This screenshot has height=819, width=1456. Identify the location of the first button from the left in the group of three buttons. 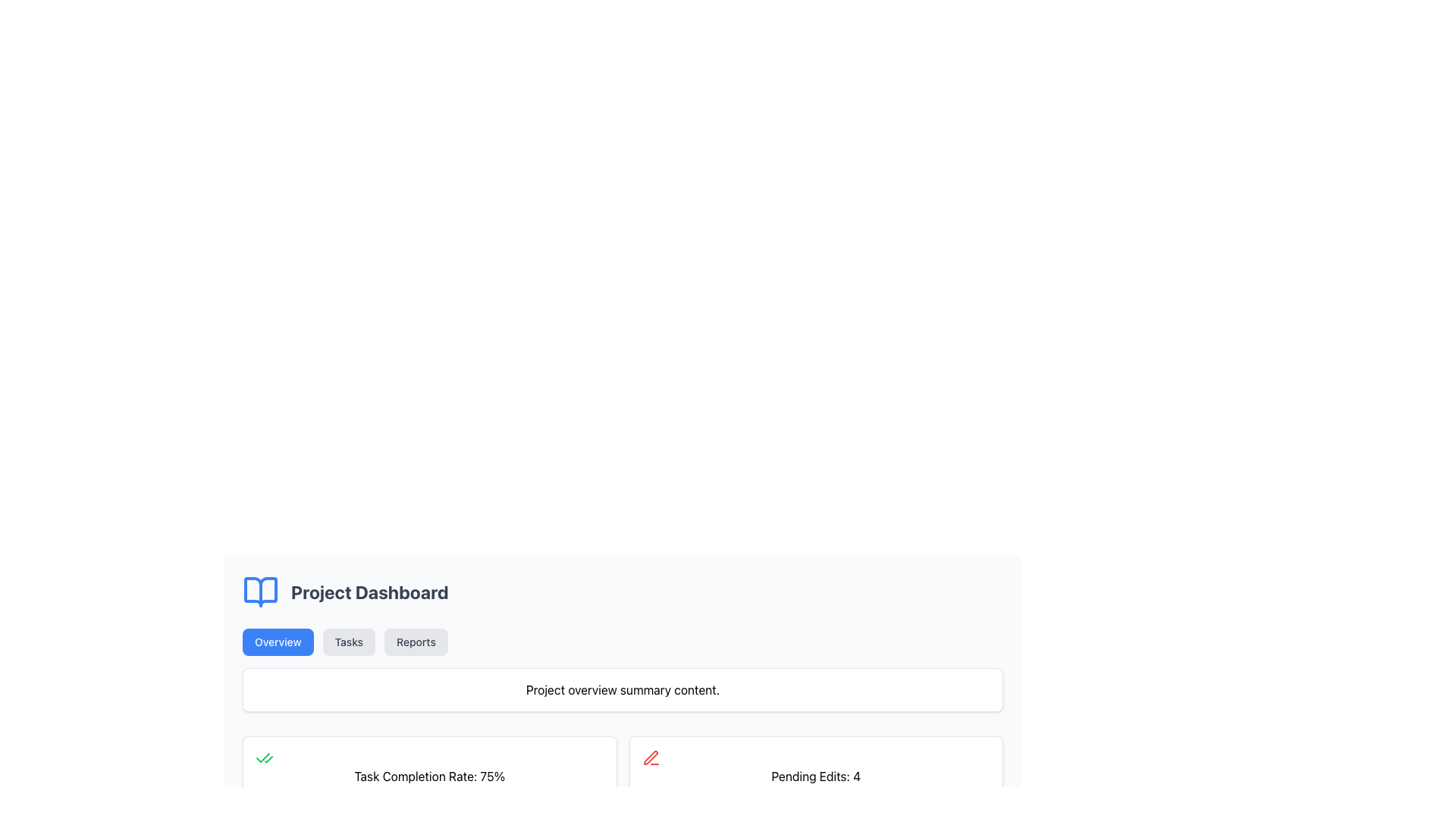
(278, 642).